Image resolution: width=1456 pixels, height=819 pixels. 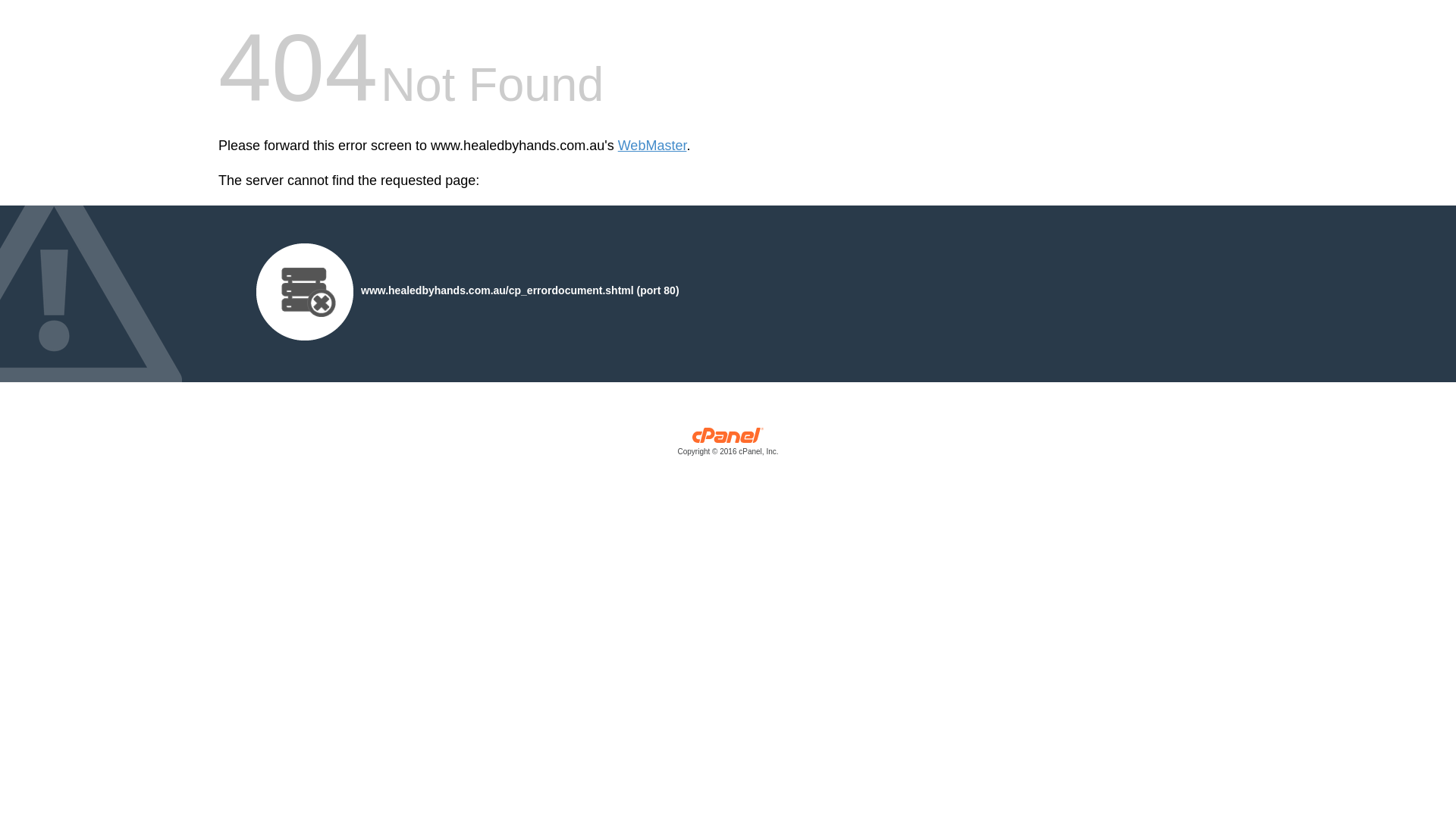 I want to click on 'WebMaster', so click(x=652, y=146).